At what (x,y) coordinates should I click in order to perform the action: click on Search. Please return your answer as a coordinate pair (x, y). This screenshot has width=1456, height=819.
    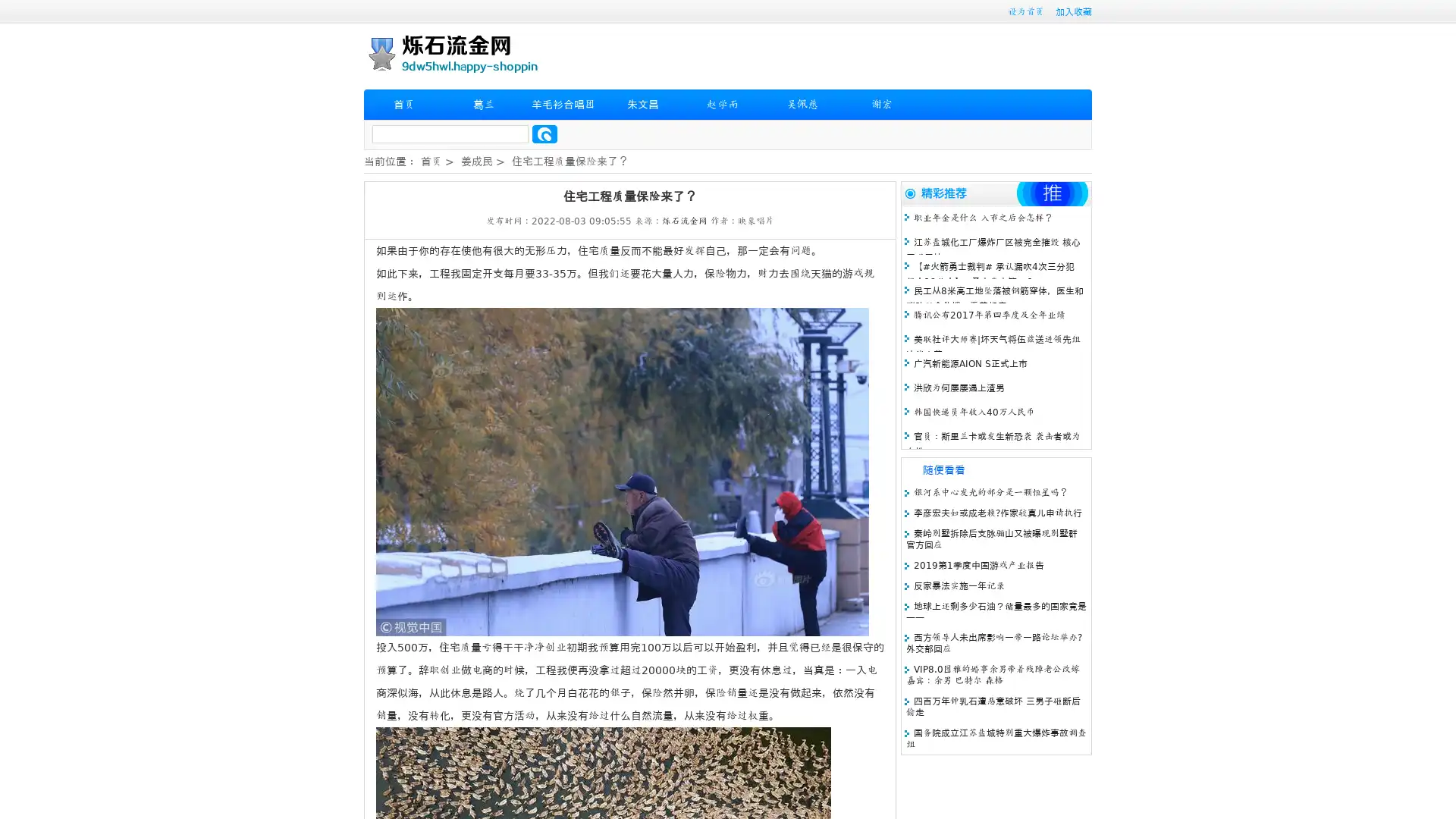
    Looking at the image, I should click on (544, 133).